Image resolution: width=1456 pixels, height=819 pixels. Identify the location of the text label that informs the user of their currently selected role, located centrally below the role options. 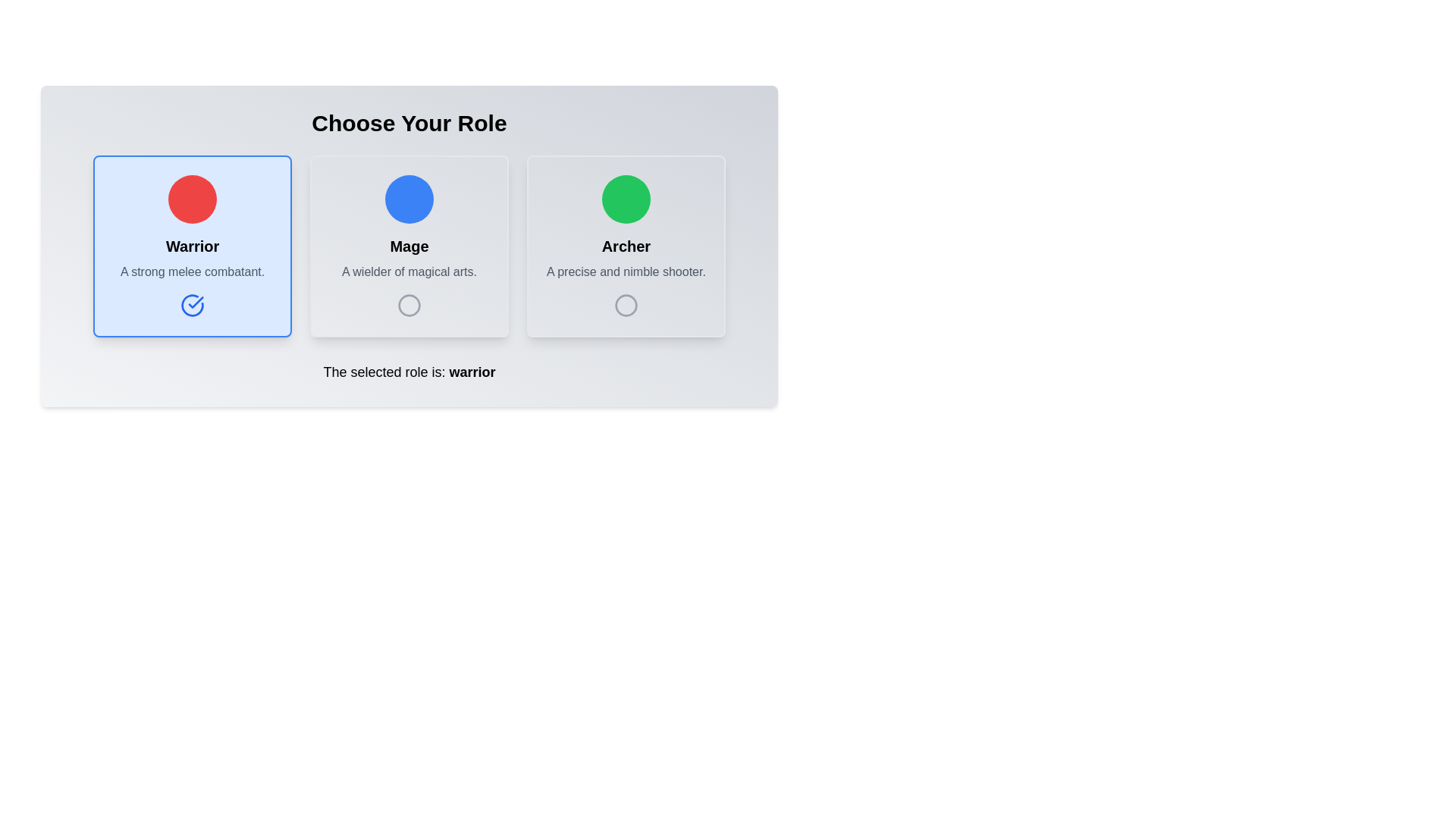
(409, 372).